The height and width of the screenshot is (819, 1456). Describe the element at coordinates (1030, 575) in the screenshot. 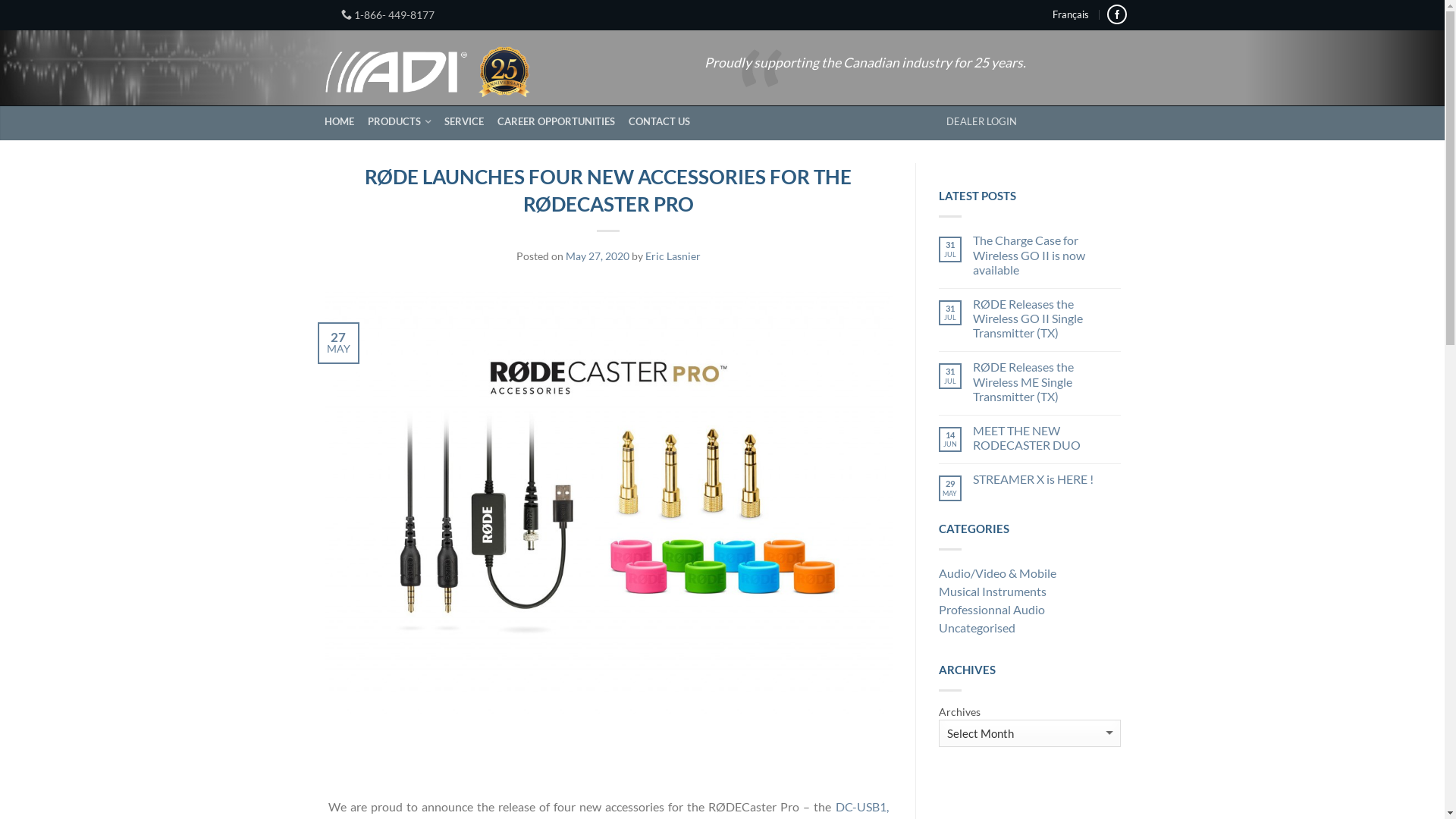

I see `'Audio/Video & Mobile'` at that location.